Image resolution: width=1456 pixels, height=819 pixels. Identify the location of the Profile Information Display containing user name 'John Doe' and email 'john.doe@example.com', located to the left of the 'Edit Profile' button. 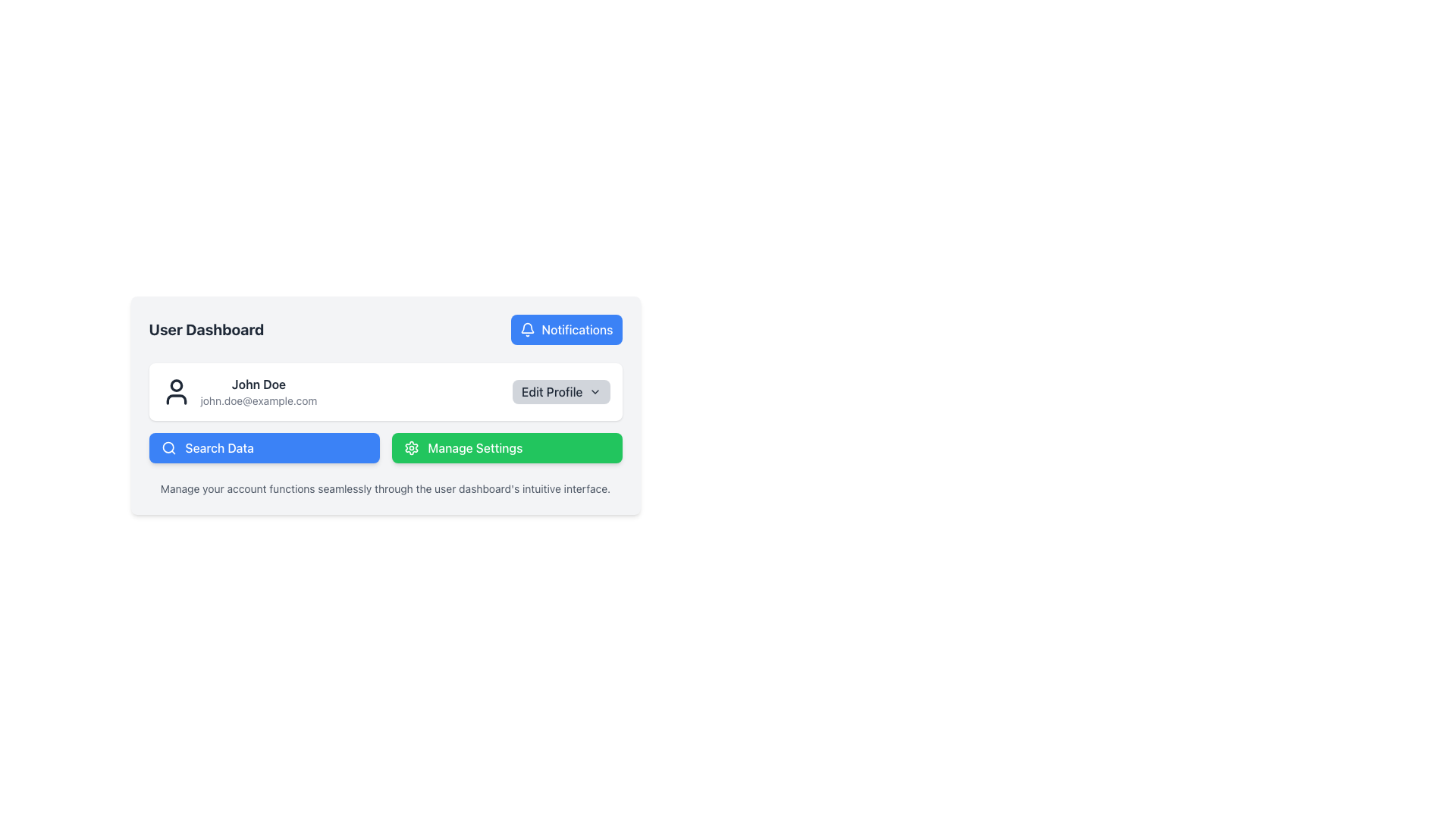
(238, 391).